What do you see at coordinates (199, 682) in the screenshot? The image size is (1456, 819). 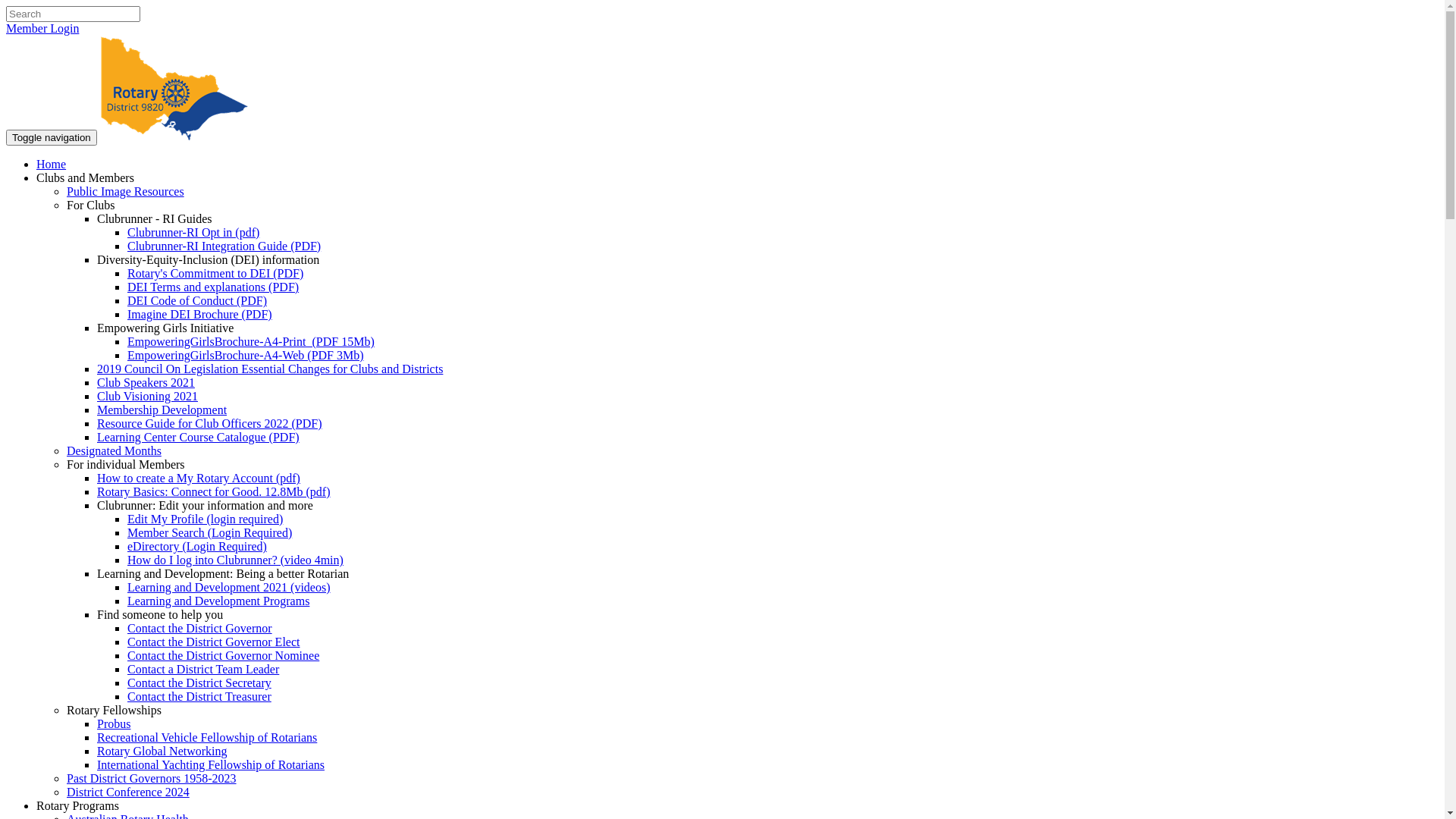 I see `'Contact the District Secretary'` at bounding box center [199, 682].